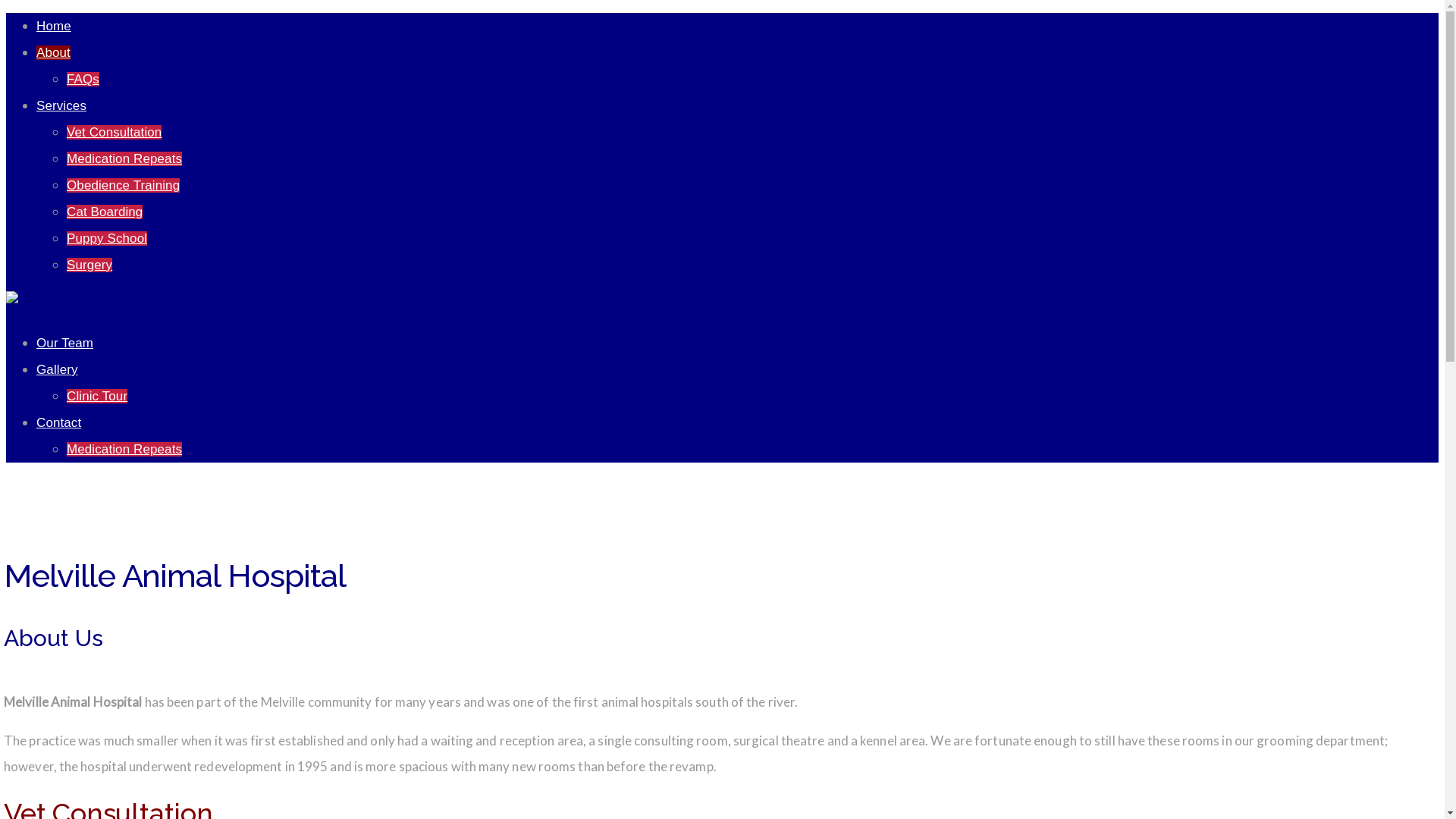  What do you see at coordinates (61, 105) in the screenshot?
I see `'Services'` at bounding box center [61, 105].